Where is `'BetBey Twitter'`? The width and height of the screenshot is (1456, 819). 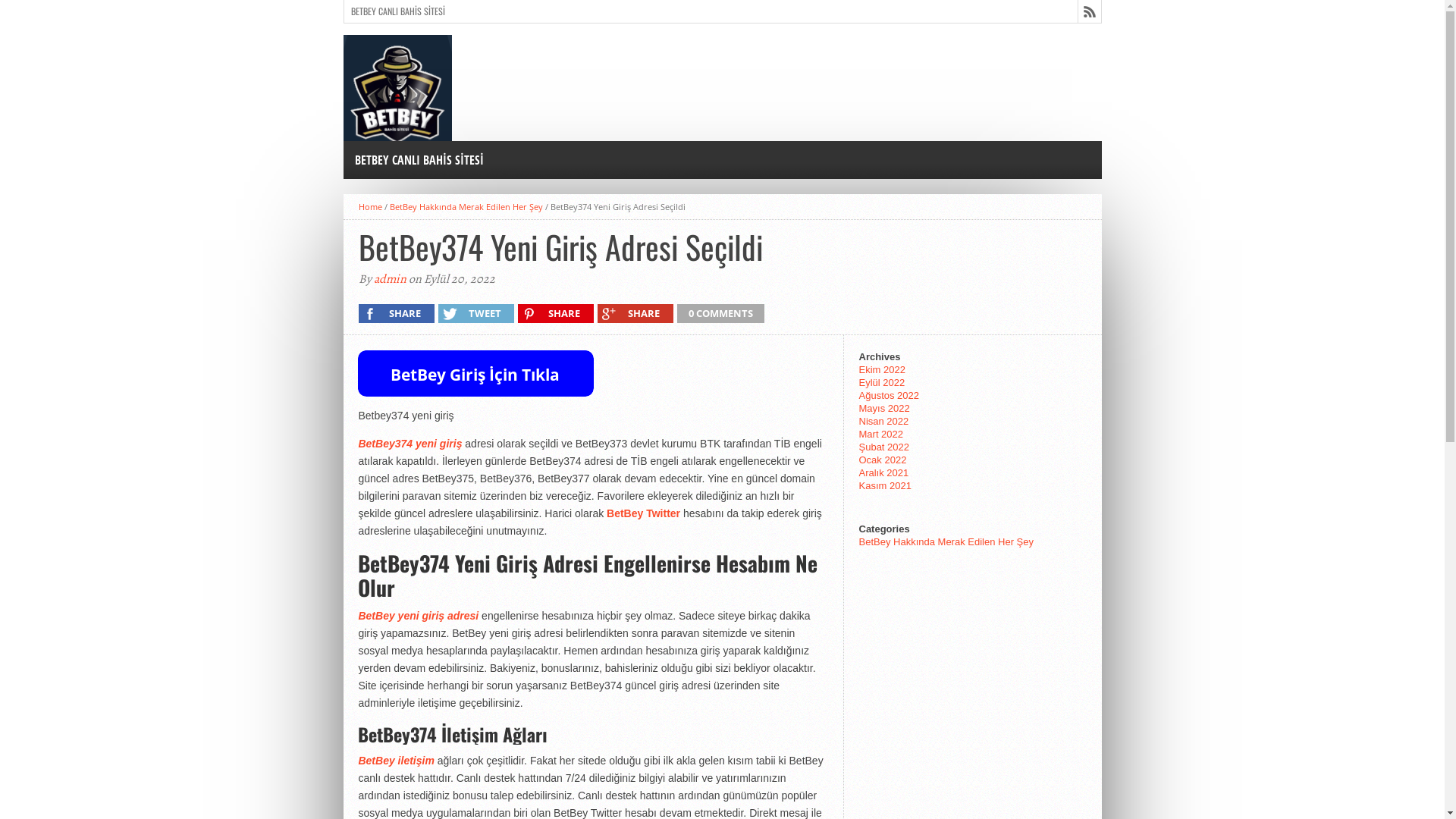 'BetBey Twitter' is located at coordinates (643, 513).